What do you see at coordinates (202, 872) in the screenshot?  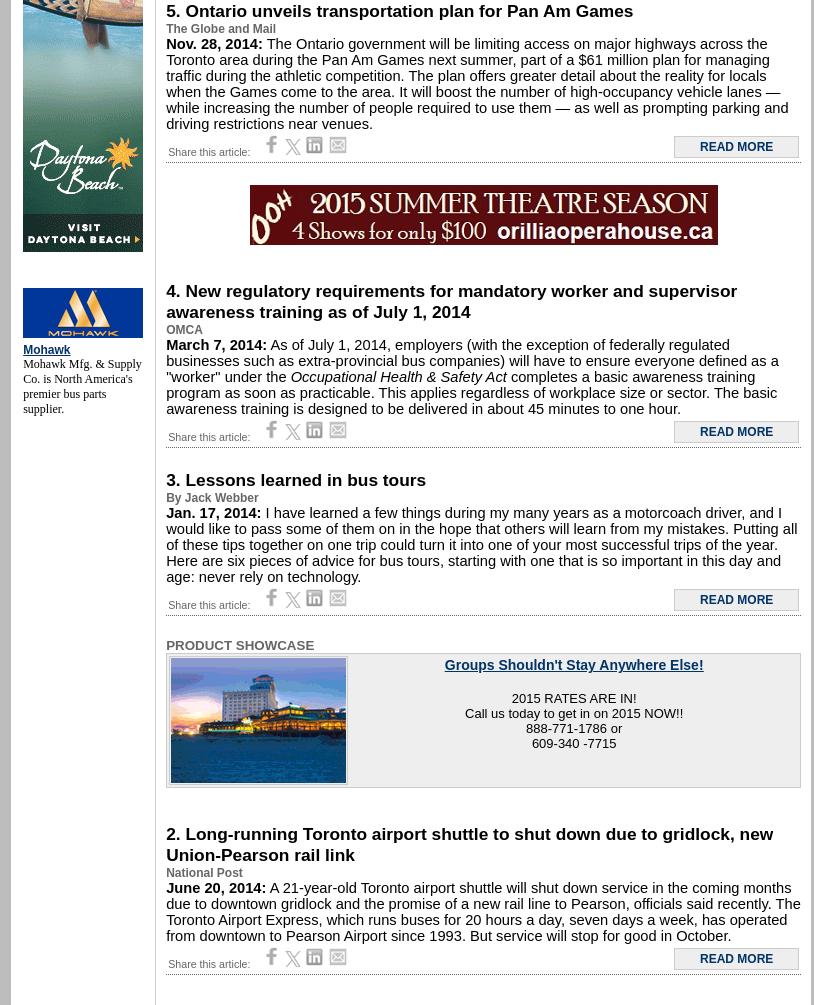 I see `'National Post'` at bounding box center [202, 872].